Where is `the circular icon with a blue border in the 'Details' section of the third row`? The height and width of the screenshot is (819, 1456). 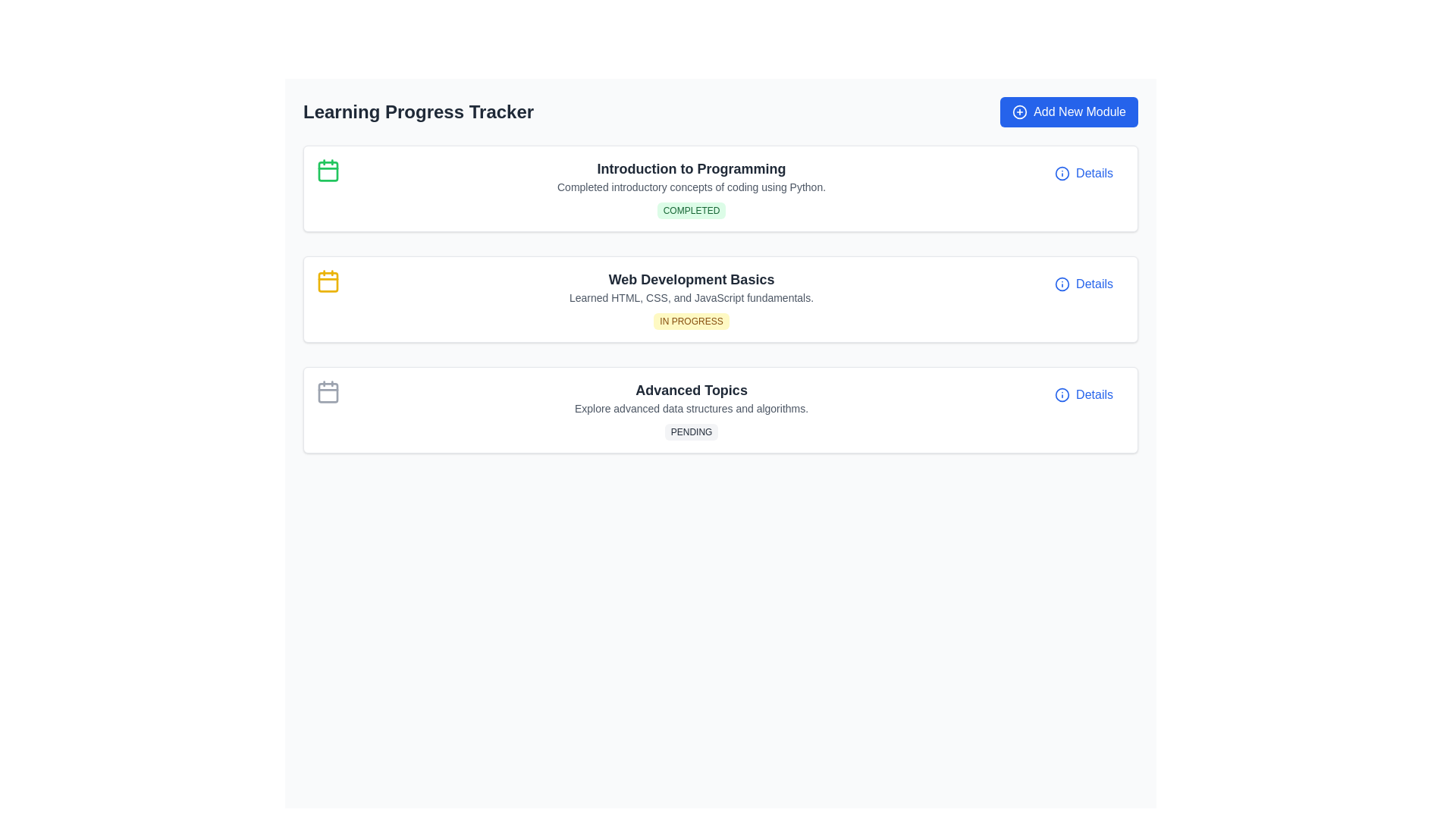
the circular icon with a blue border in the 'Details' section of the third row is located at coordinates (1062, 284).